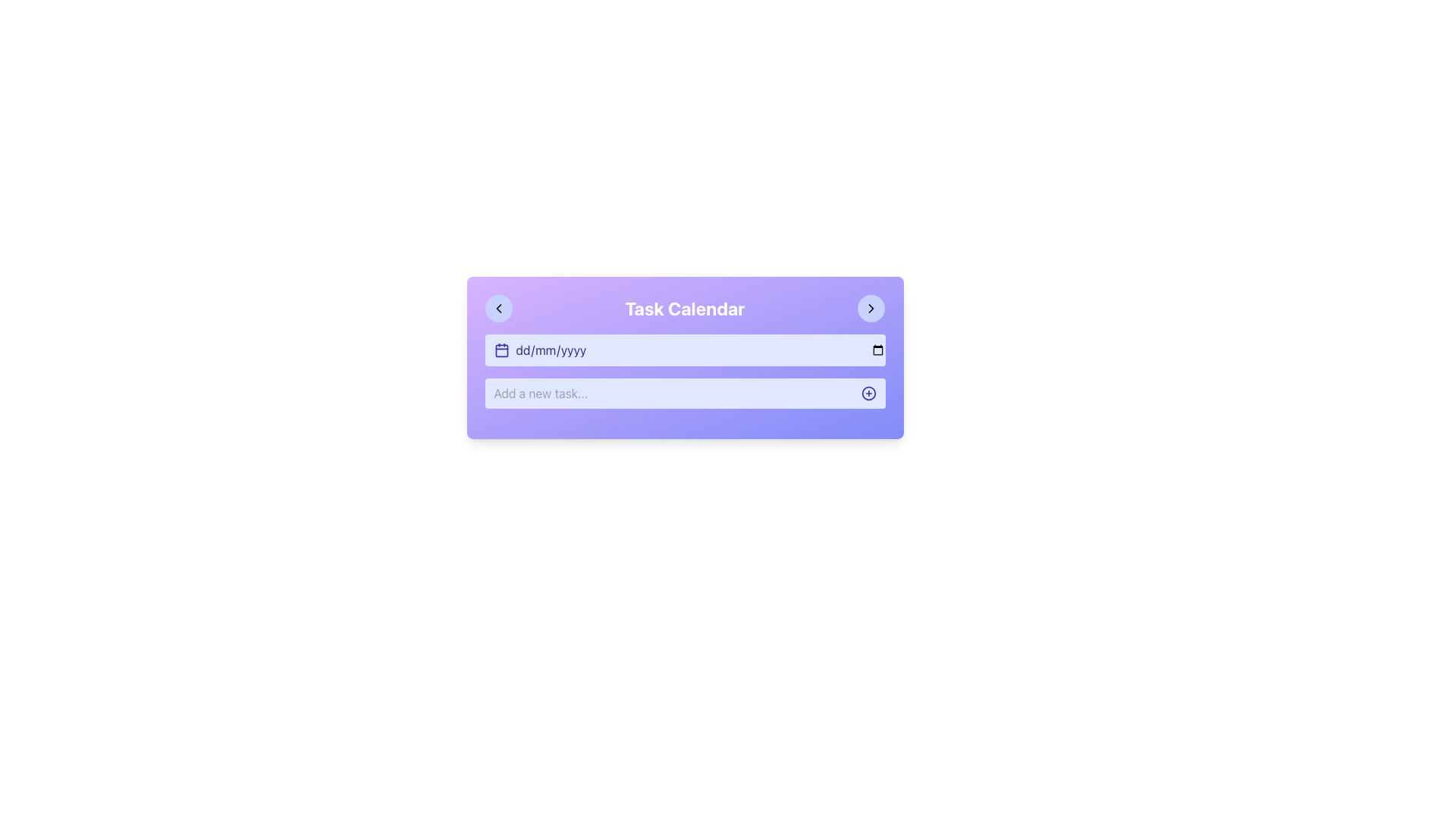 The image size is (1456, 819). I want to click on the circular '+' button styled in indigo, located at the far right of the task entry field for interaction, so click(868, 393).